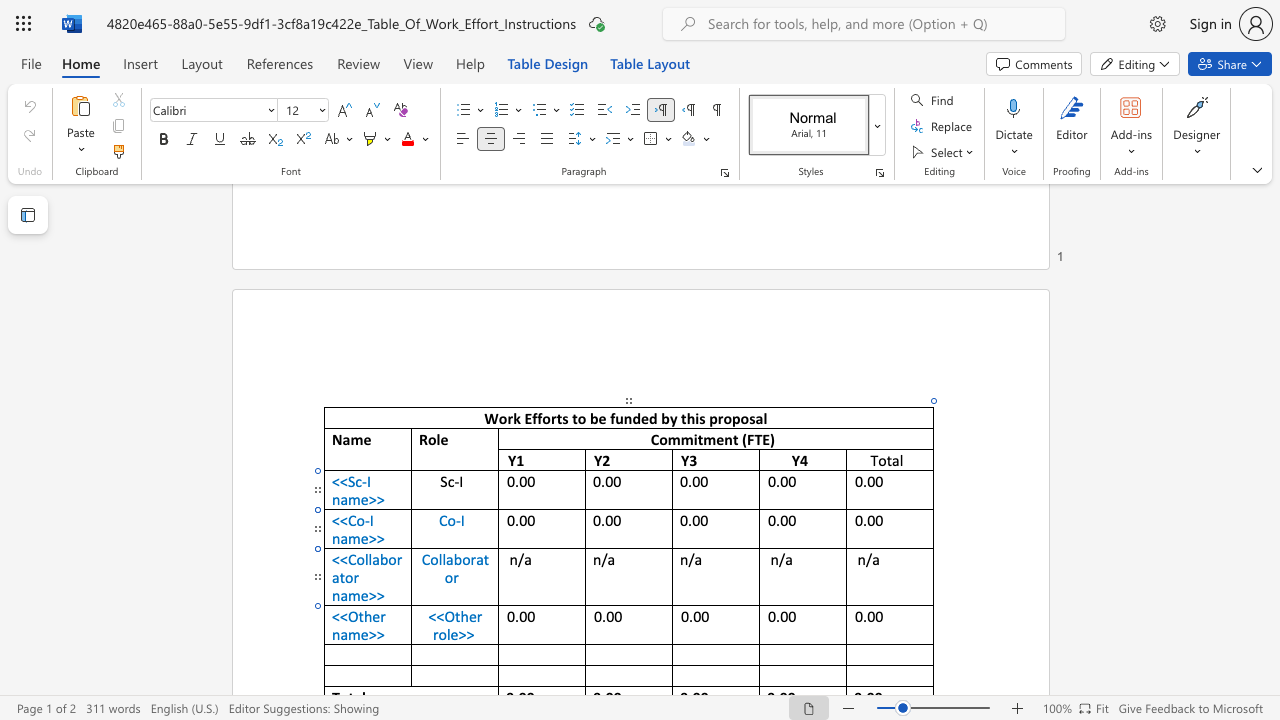 The image size is (1280, 720). Describe the element at coordinates (359, 634) in the screenshot. I see `the space between the continuous character "m" and "e" in the text` at that location.